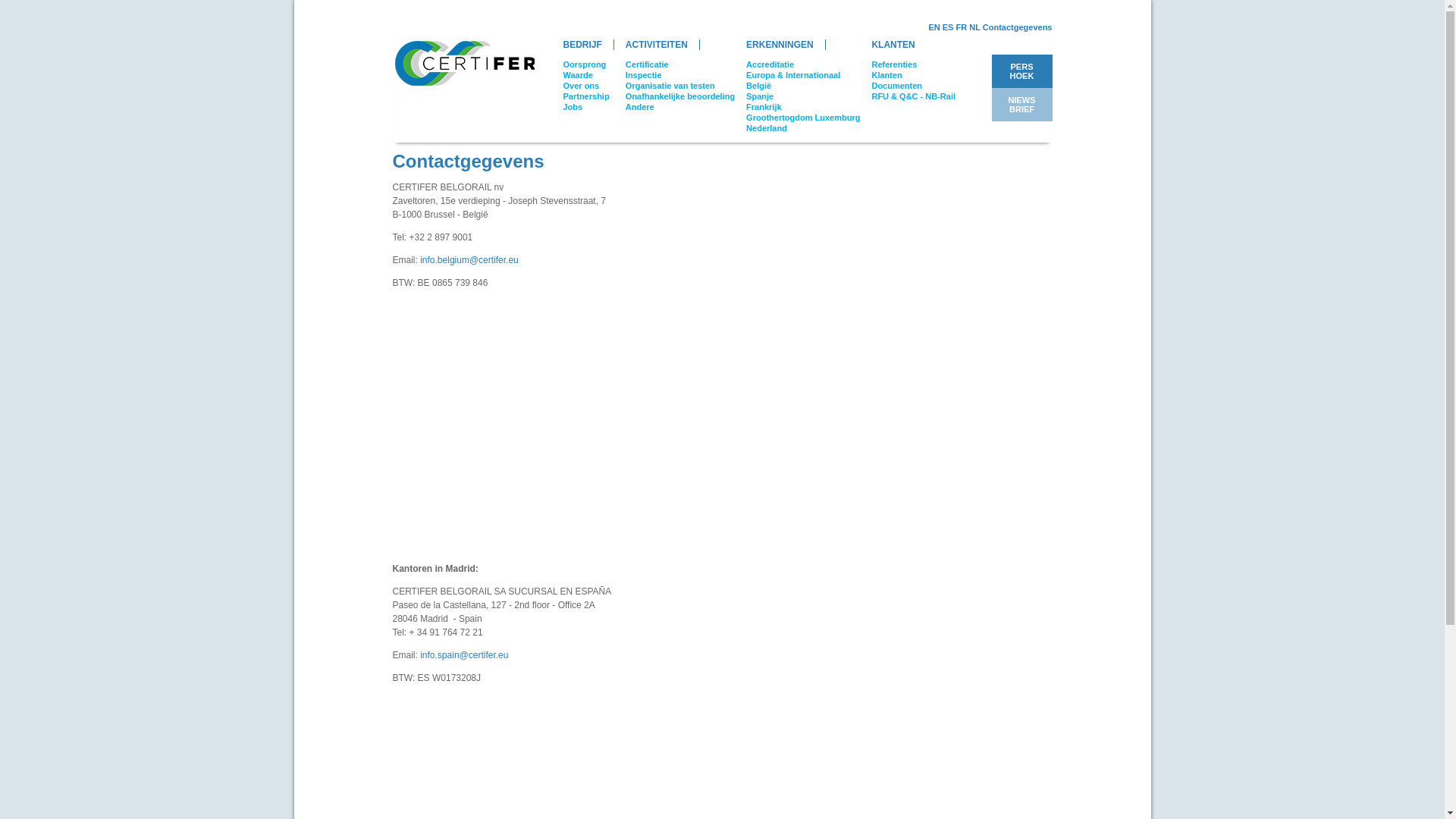 The height and width of the screenshot is (819, 1456). What do you see at coordinates (626, 106) in the screenshot?
I see `'Andere'` at bounding box center [626, 106].